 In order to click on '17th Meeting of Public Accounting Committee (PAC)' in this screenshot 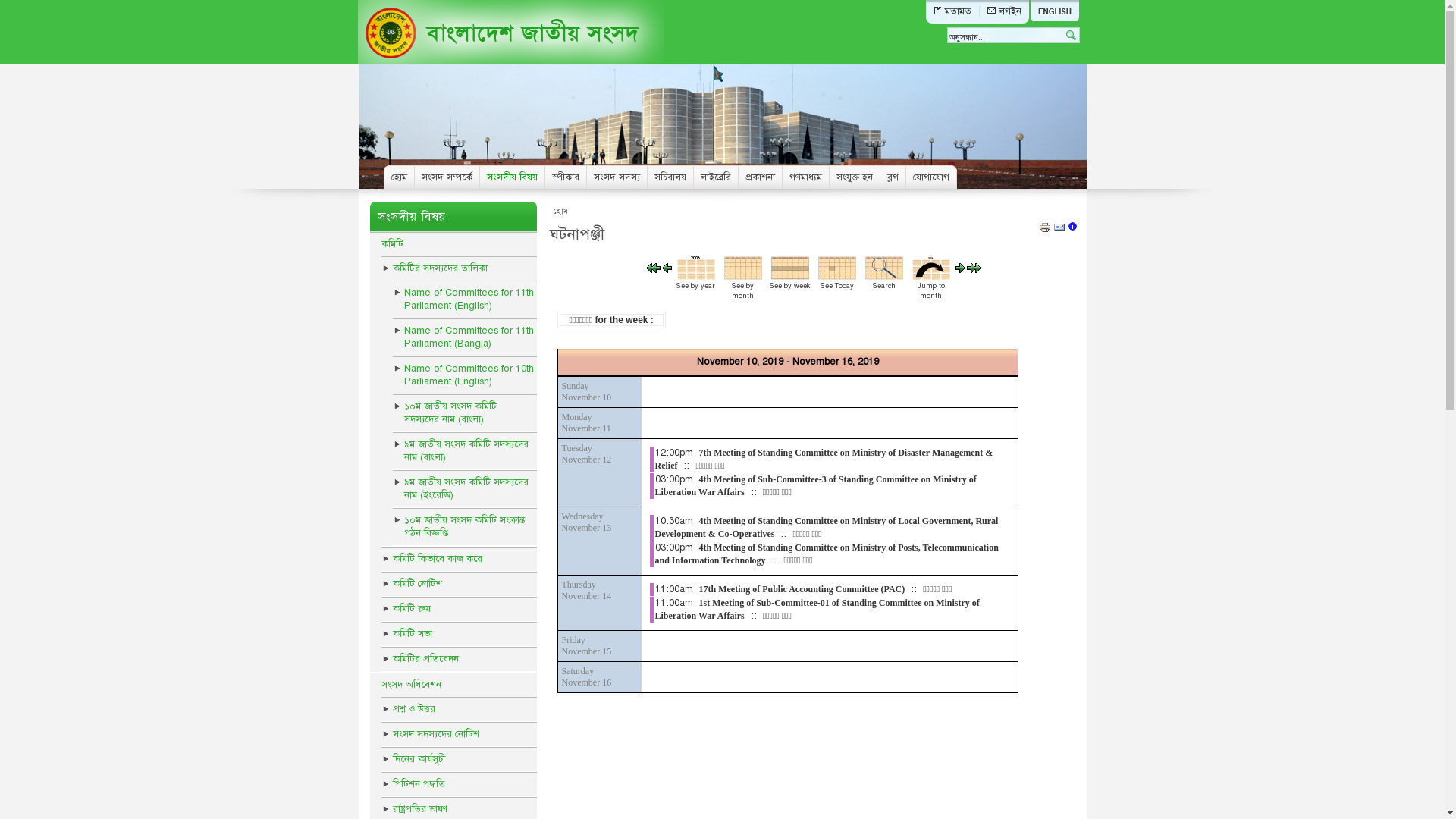, I will do `click(801, 588)`.